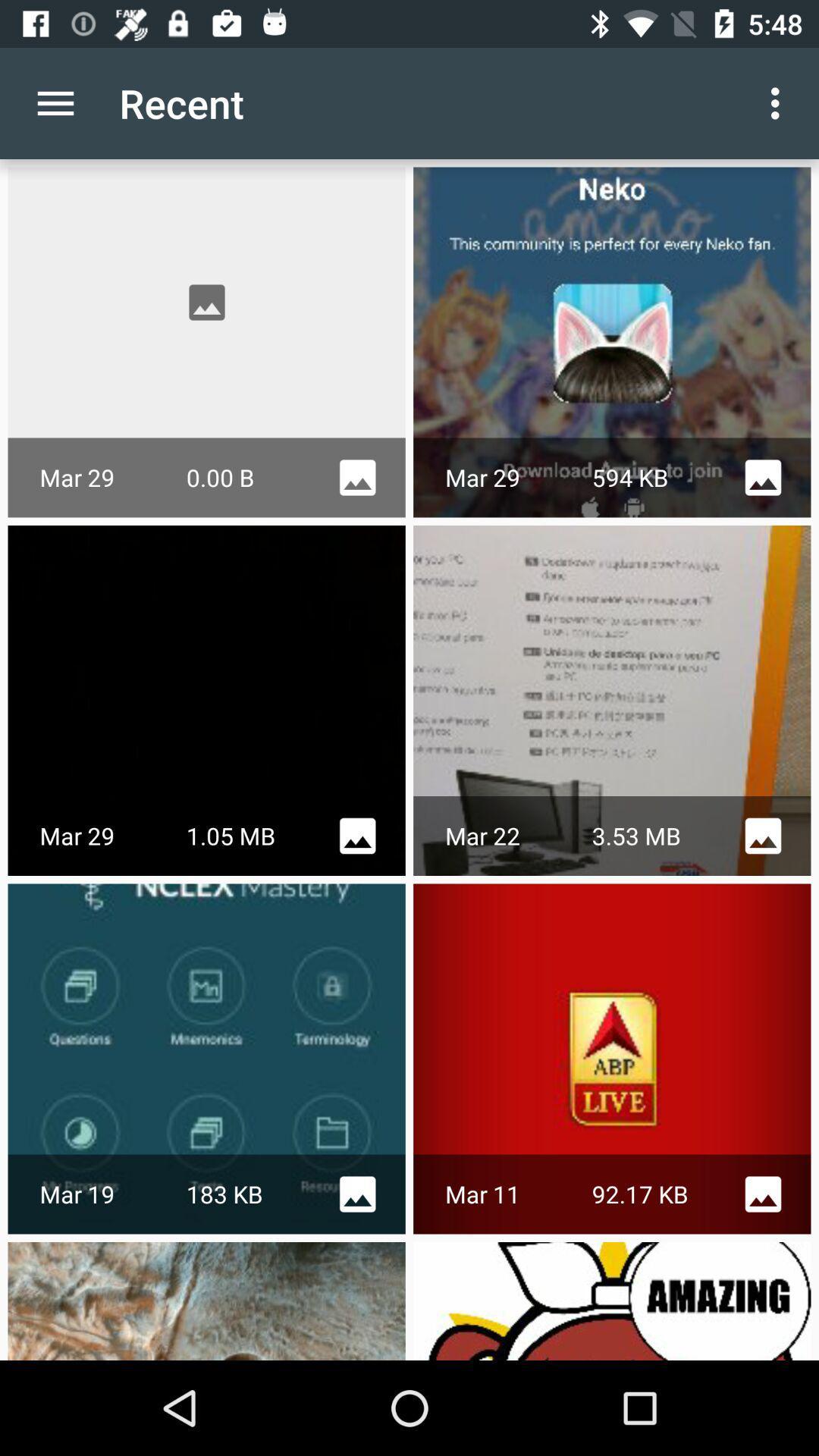  Describe the element at coordinates (207, 1300) in the screenshot. I see `the seventh box` at that location.